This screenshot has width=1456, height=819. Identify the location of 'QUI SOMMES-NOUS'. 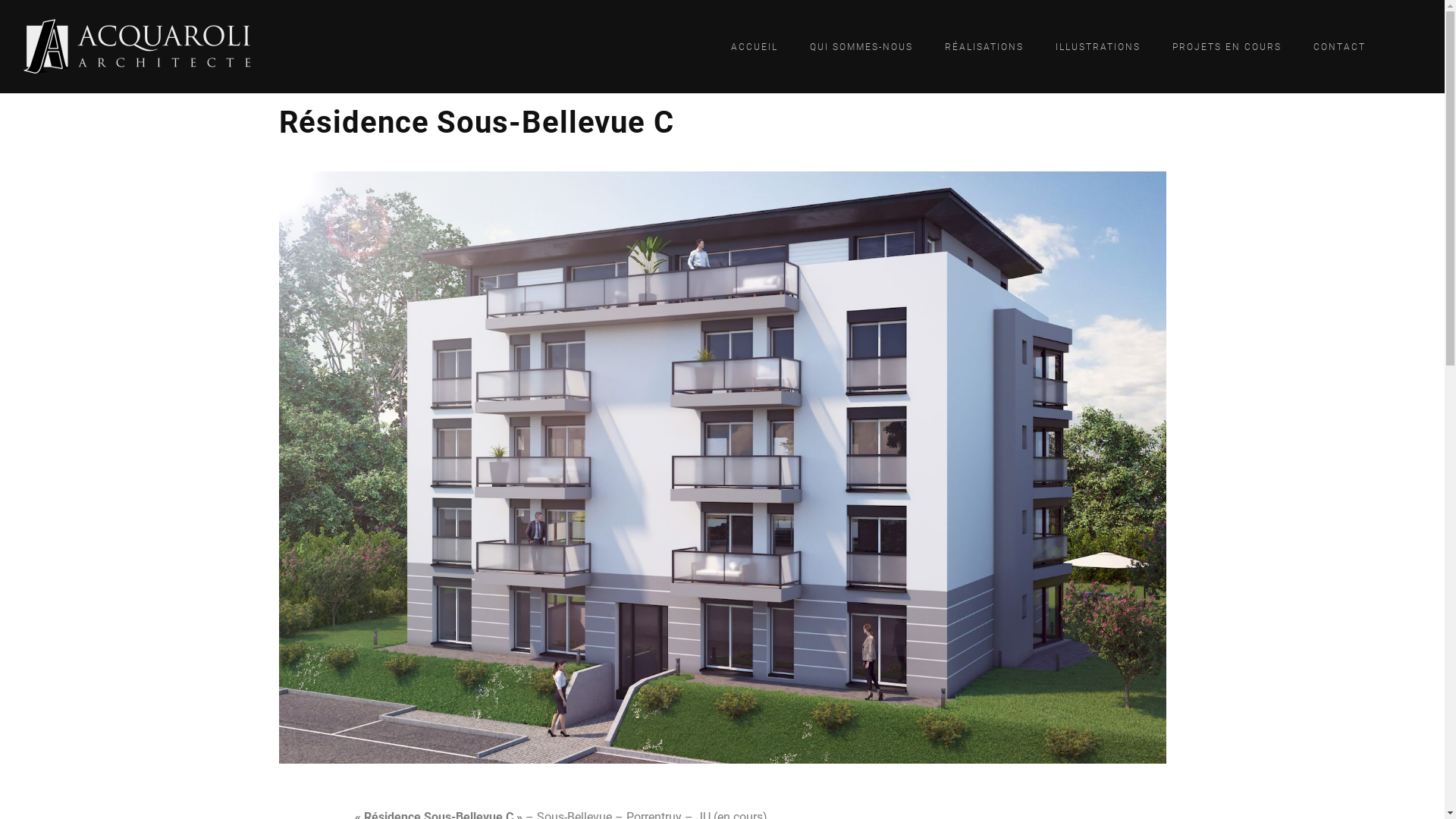
(861, 45).